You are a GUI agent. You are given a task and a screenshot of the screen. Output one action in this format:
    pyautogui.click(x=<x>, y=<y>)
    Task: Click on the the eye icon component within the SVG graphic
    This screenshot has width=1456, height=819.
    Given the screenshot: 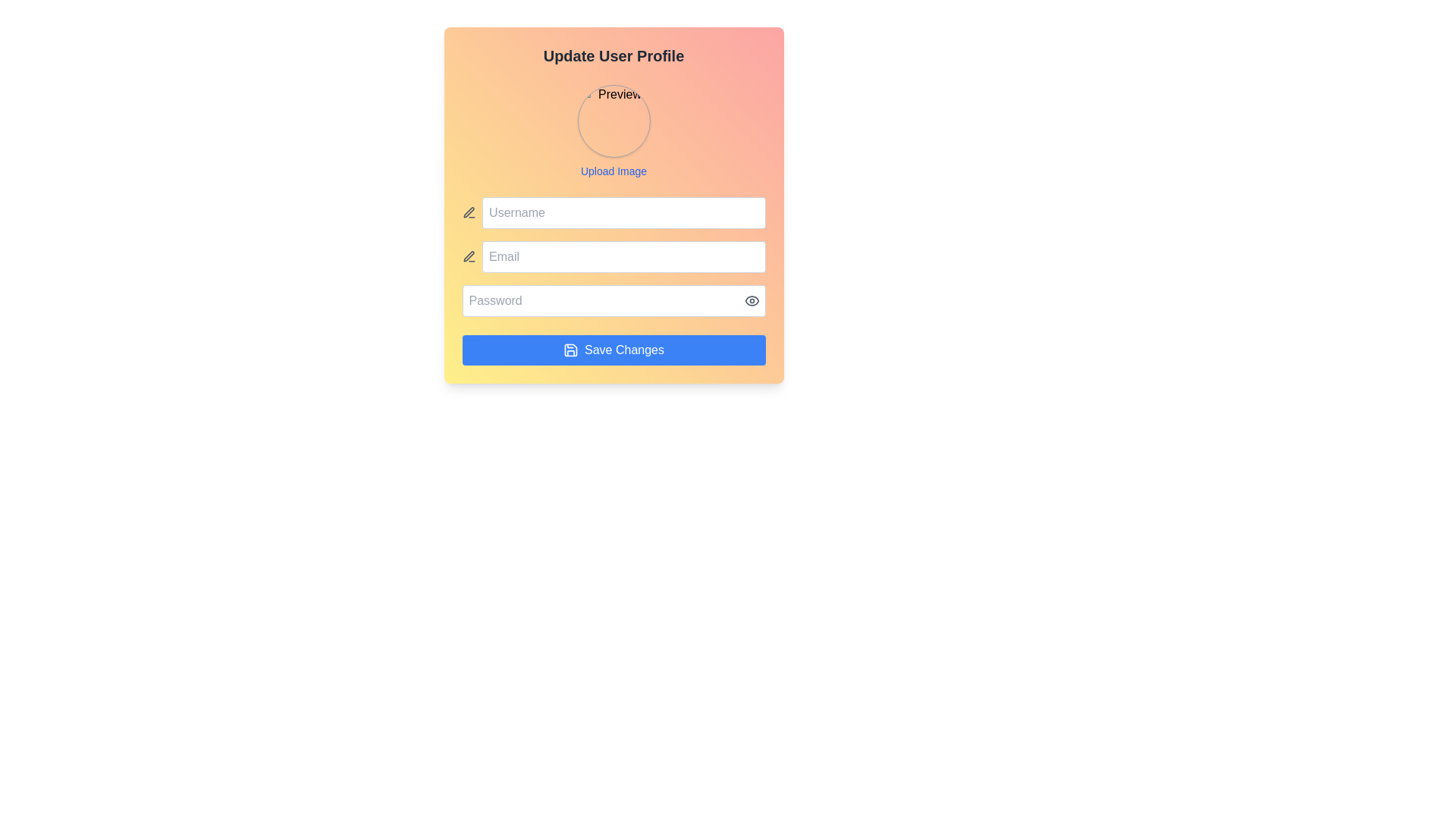 What is the action you would take?
    pyautogui.click(x=752, y=301)
    